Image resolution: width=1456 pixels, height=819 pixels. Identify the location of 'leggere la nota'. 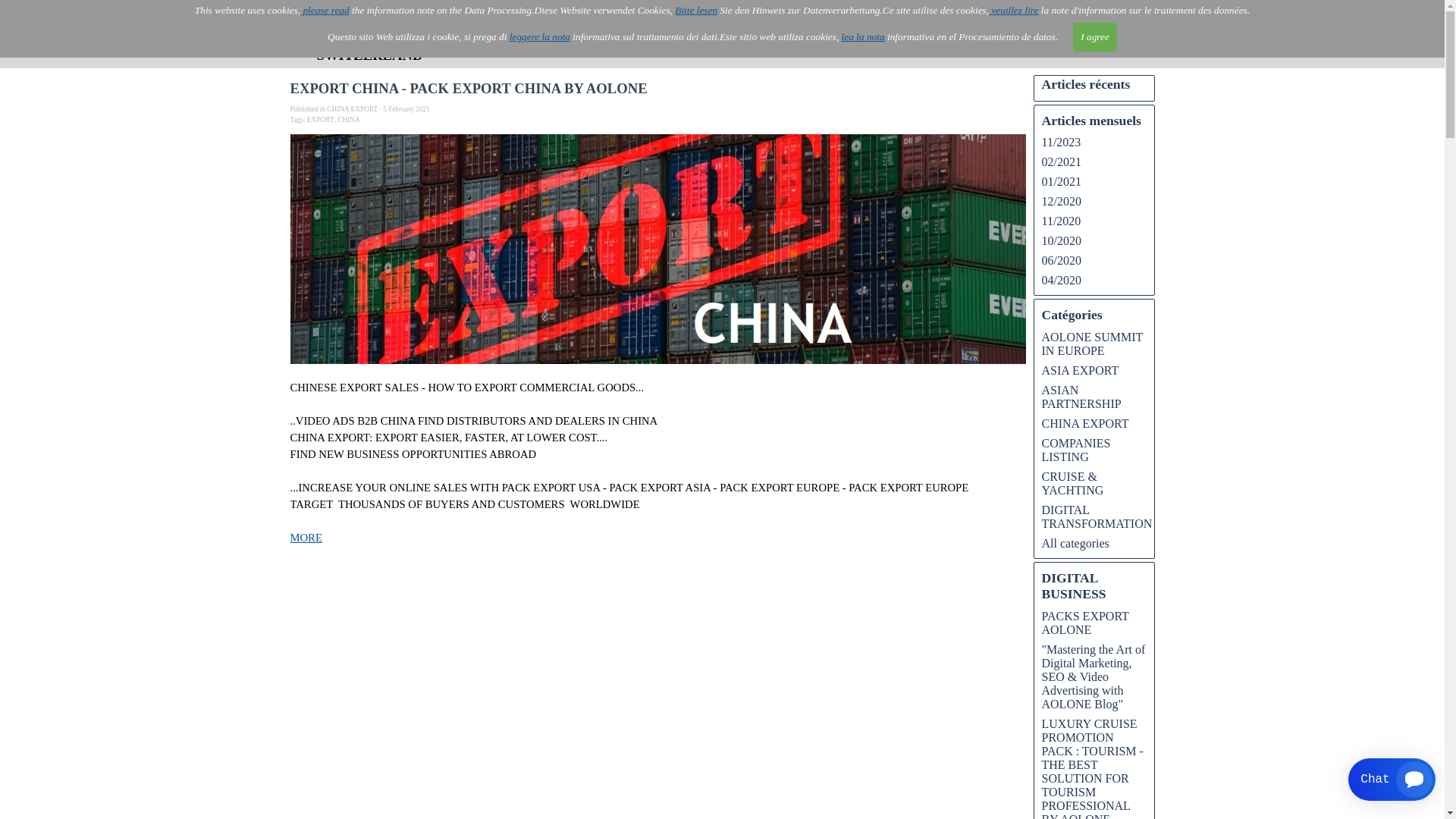
(539, 36).